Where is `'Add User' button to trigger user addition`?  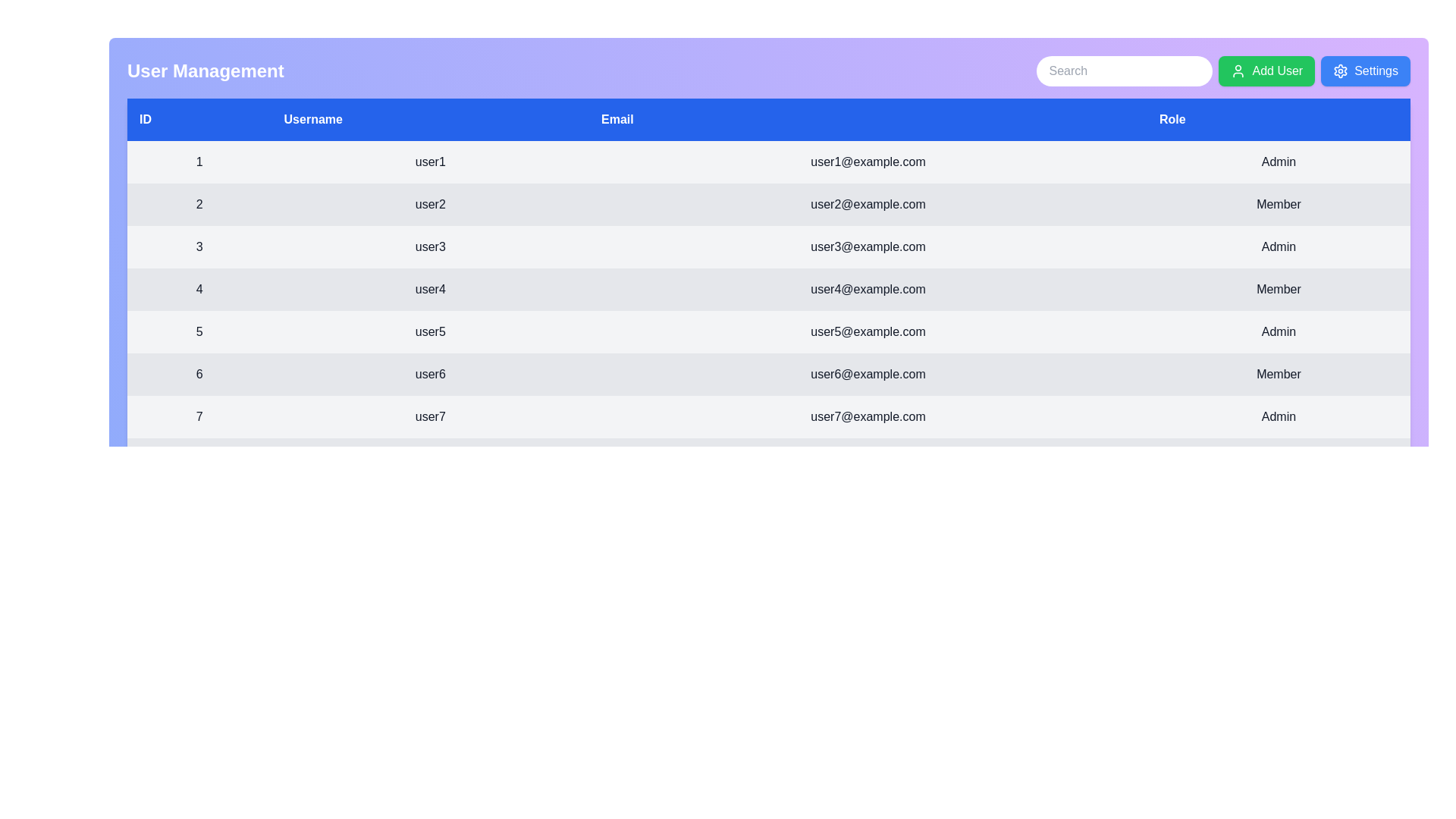
'Add User' button to trigger user addition is located at coordinates (1266, 71).